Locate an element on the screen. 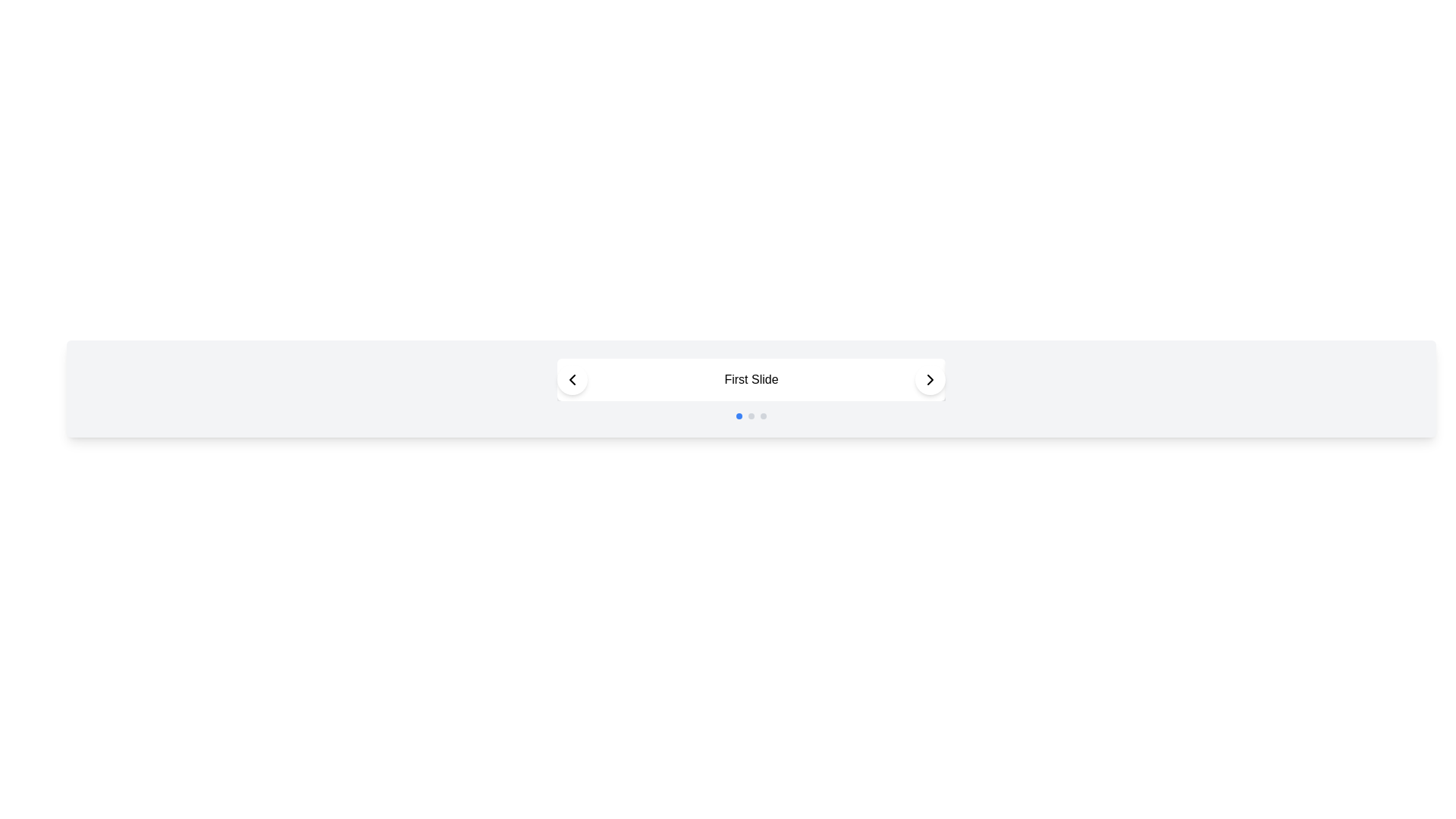 The height and width of the screenshot is (819, 1456). the 'Navigate Left' button located on the left side of the white rectangular box containing the text 'First Slide' is located at coordinates (571, 379).